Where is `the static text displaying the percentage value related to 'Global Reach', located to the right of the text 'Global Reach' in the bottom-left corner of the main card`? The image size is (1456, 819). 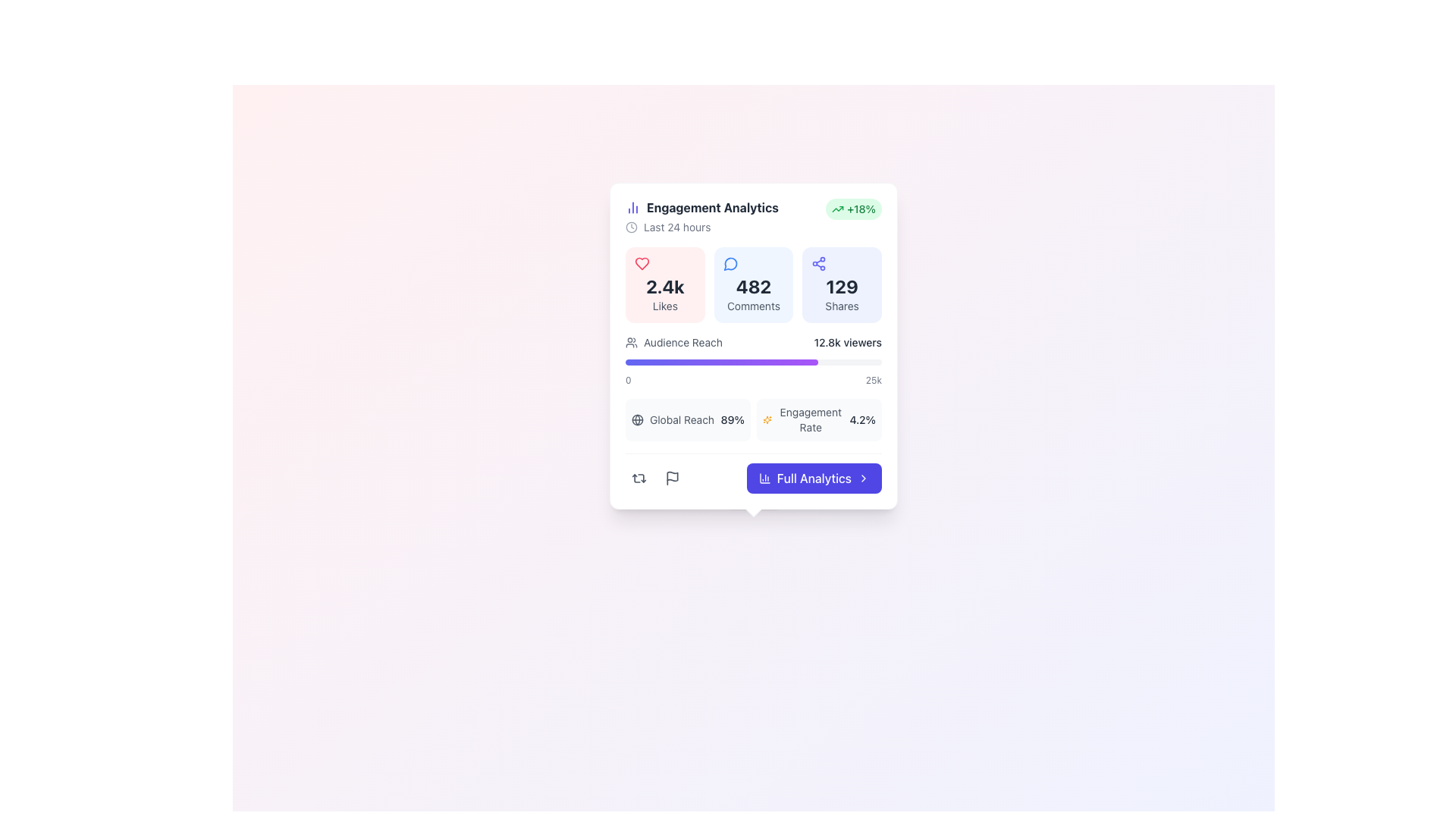 the static text displaying the percentage value related to 'Global Reach', located to the right of the text 'Global Reach' in the bottom-left corner of the main card is located at coordinates (733, 420).